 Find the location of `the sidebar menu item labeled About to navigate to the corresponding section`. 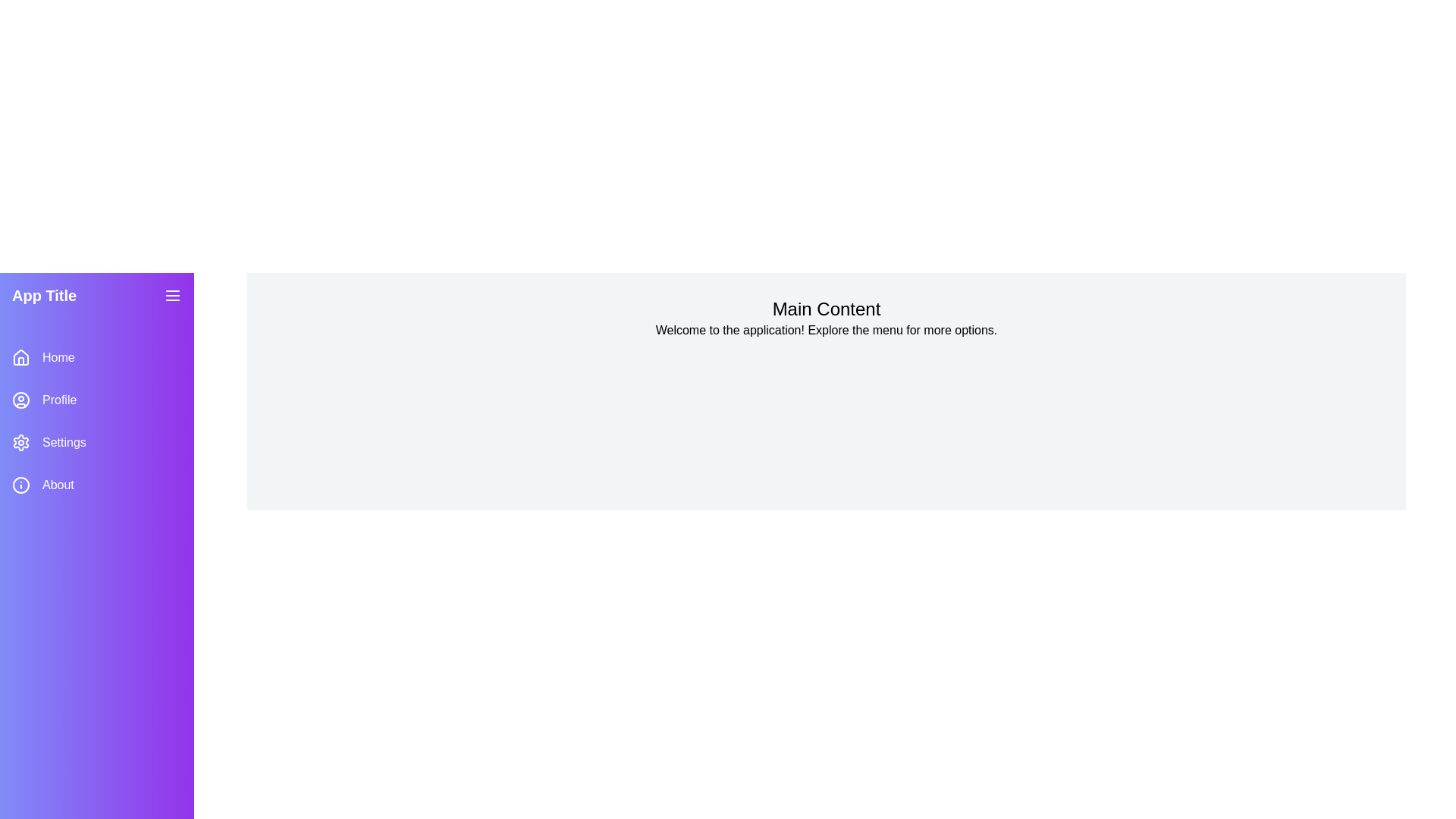

the sidebar menu item labeled About to navigate to the corresponding section is located at coordinates (96, 485).